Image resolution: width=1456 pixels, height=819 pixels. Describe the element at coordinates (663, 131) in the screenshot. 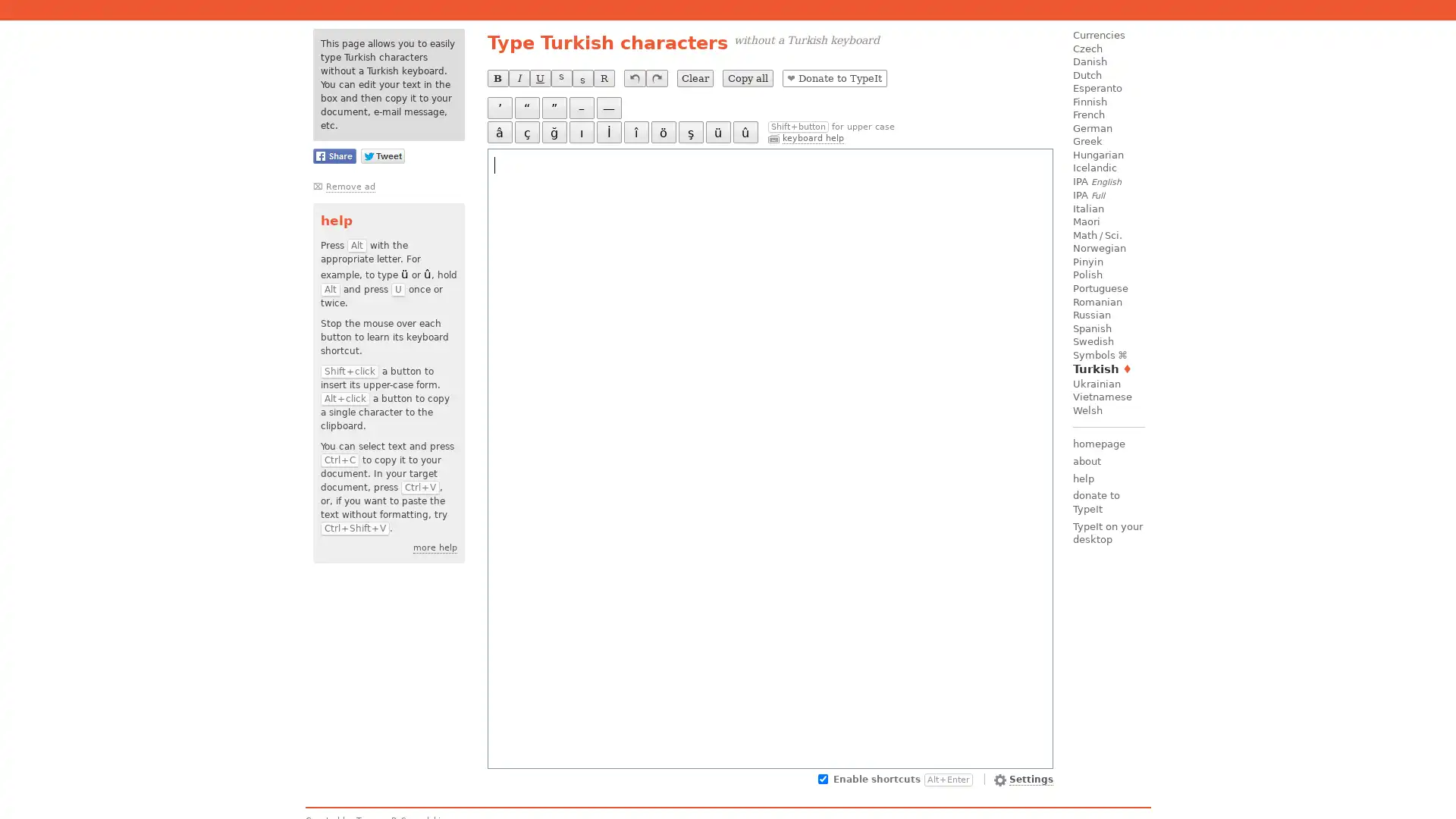

I see `o` at that location.